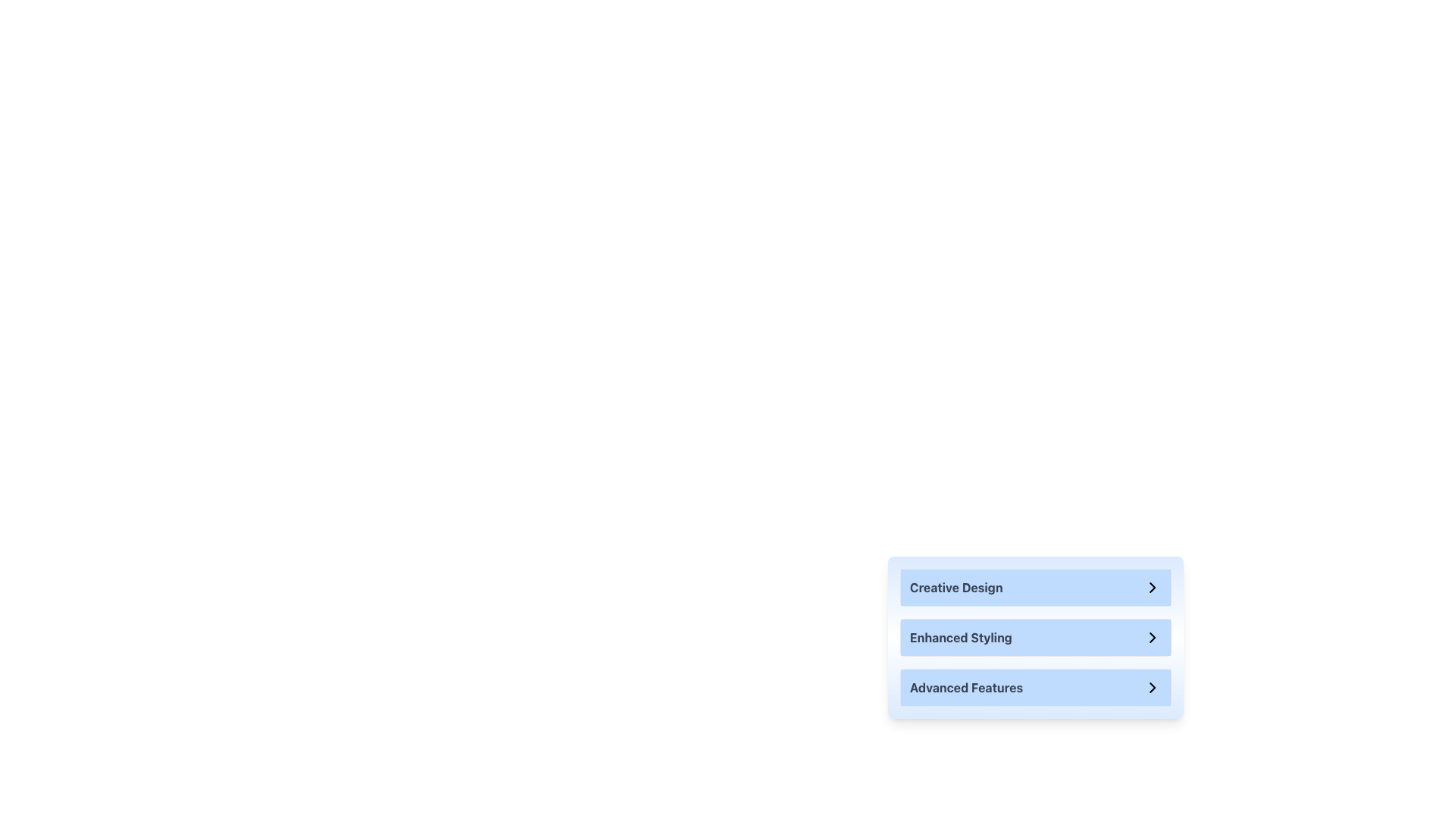 The height and width of the screenshot is (819, 1456). I want to click on the second button in the vertical list, so click(1035, 637).